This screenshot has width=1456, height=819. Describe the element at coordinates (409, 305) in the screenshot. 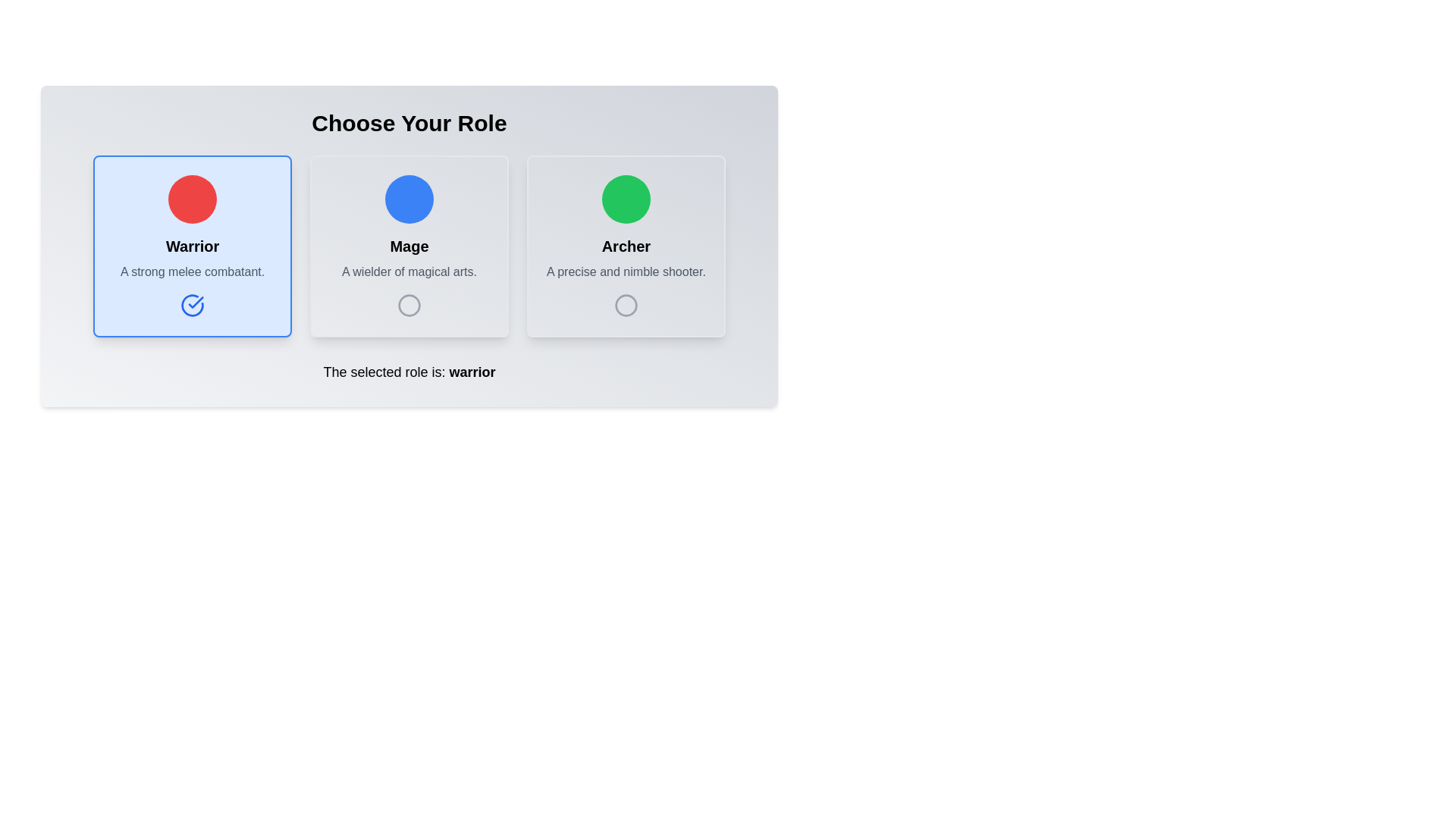

I see `the circular radio button with a gray border centered within the 'Mage' card` at that location.